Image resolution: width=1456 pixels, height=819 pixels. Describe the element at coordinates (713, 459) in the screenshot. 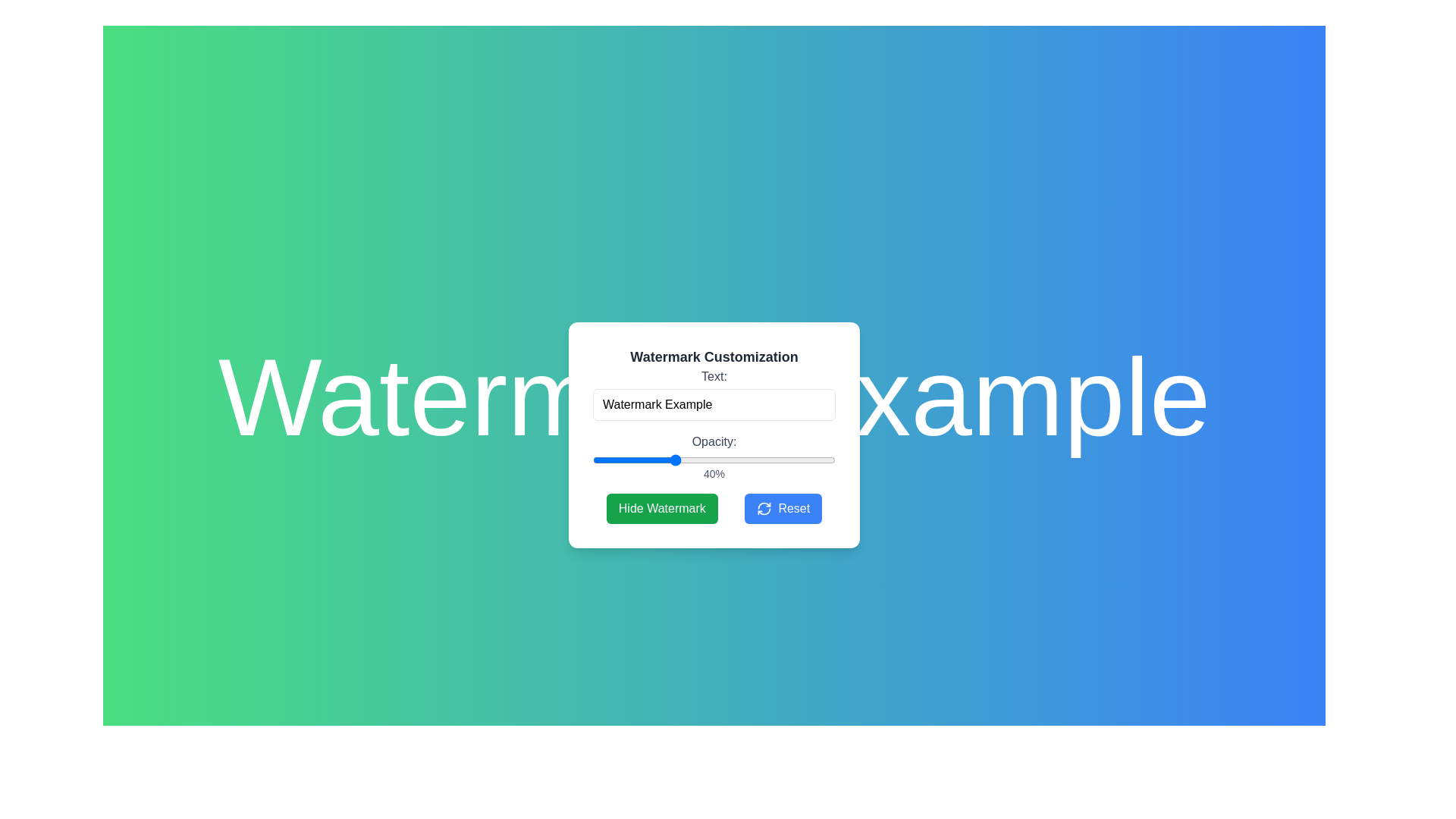

I see `the range slider used to adjust the opacity level, which currently displays 40%, for potential tooltip display` at that location.